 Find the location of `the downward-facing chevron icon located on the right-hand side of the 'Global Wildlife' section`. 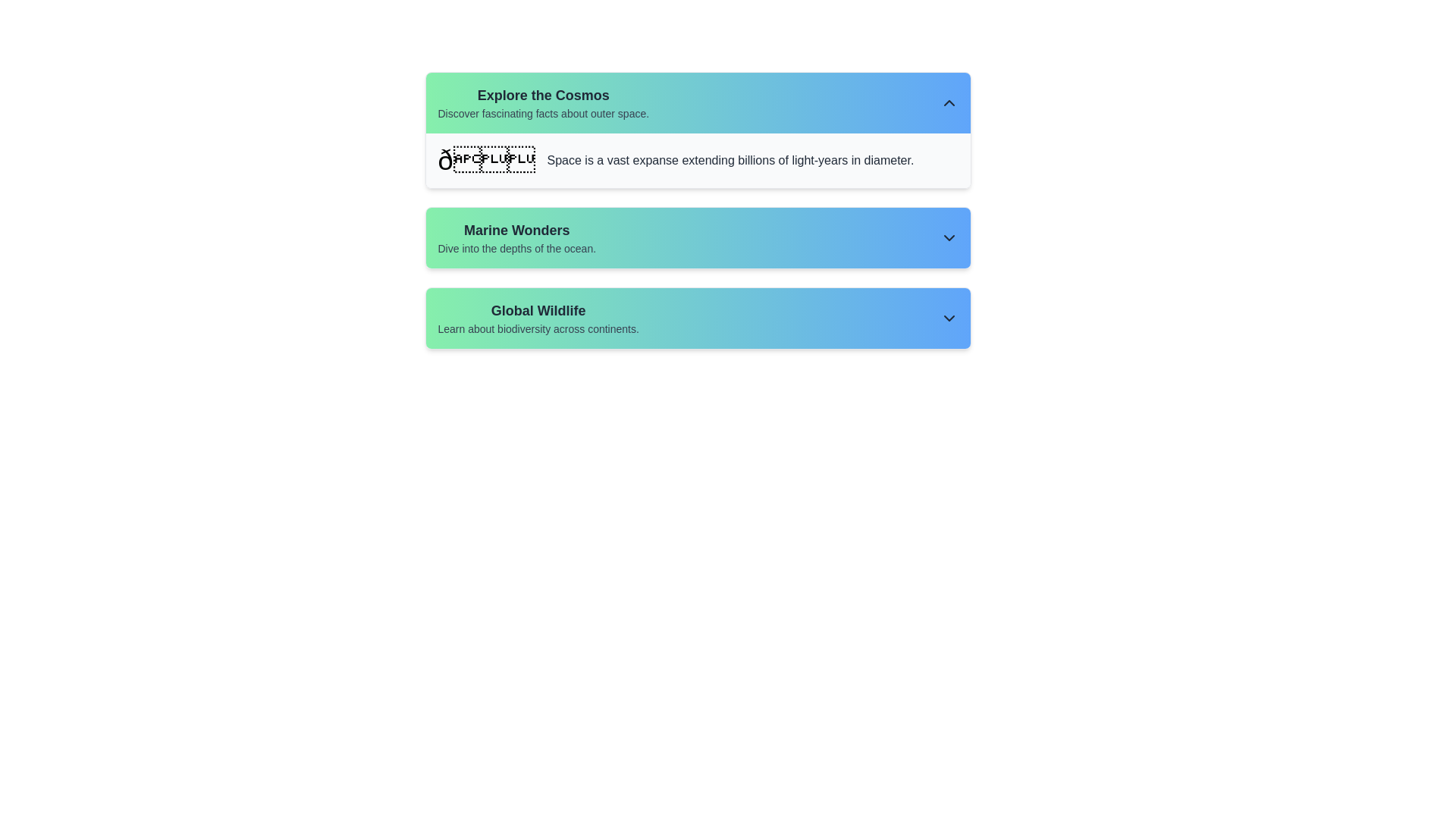

the downward-facing chevron icon located on the right-hand side of the 'Global Wildlife' section is located at coordinates (948, 318).